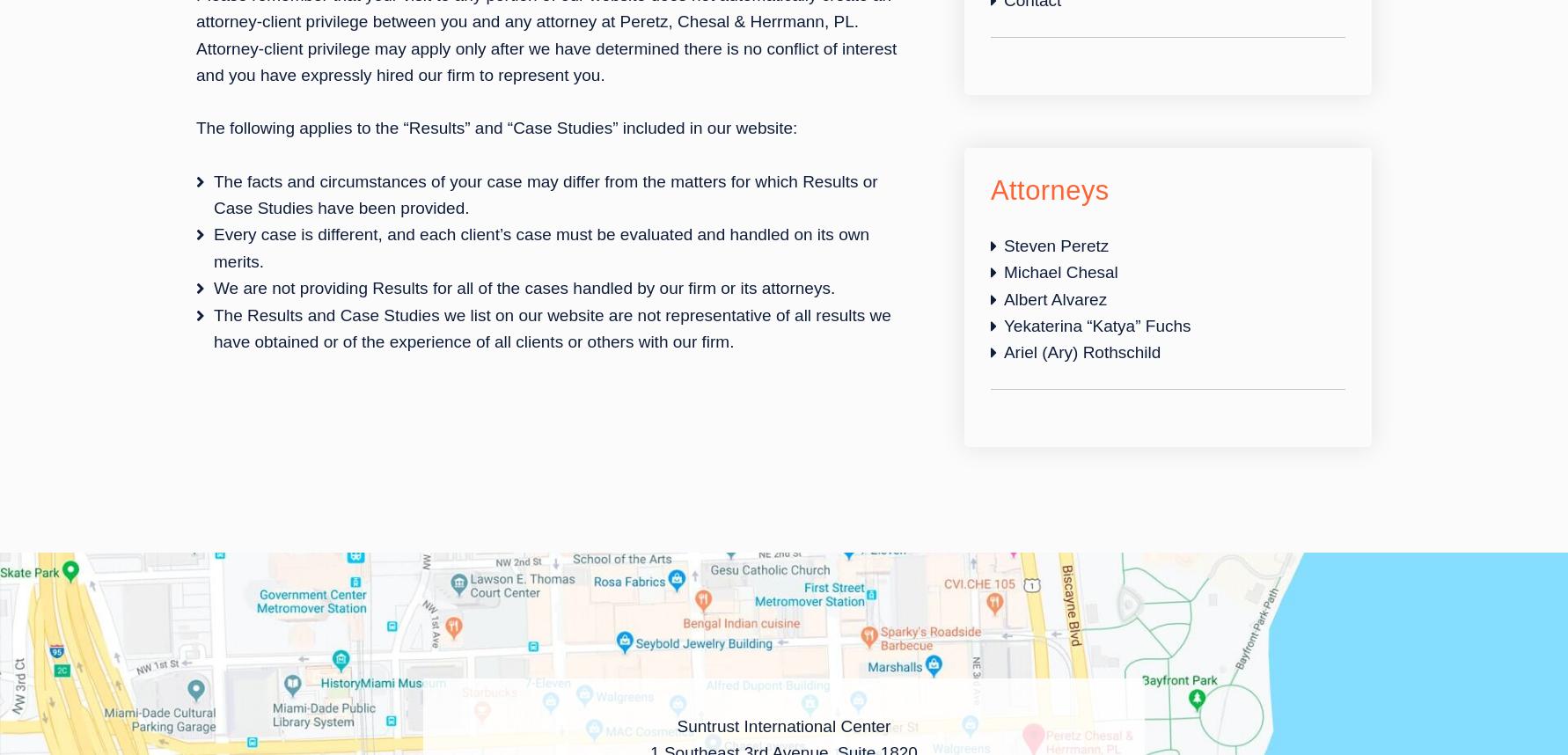 Image resolution: width=1568 pixels, height=755 pixels. I want to click on 'Albert Alvarez', so click(1002, 297).